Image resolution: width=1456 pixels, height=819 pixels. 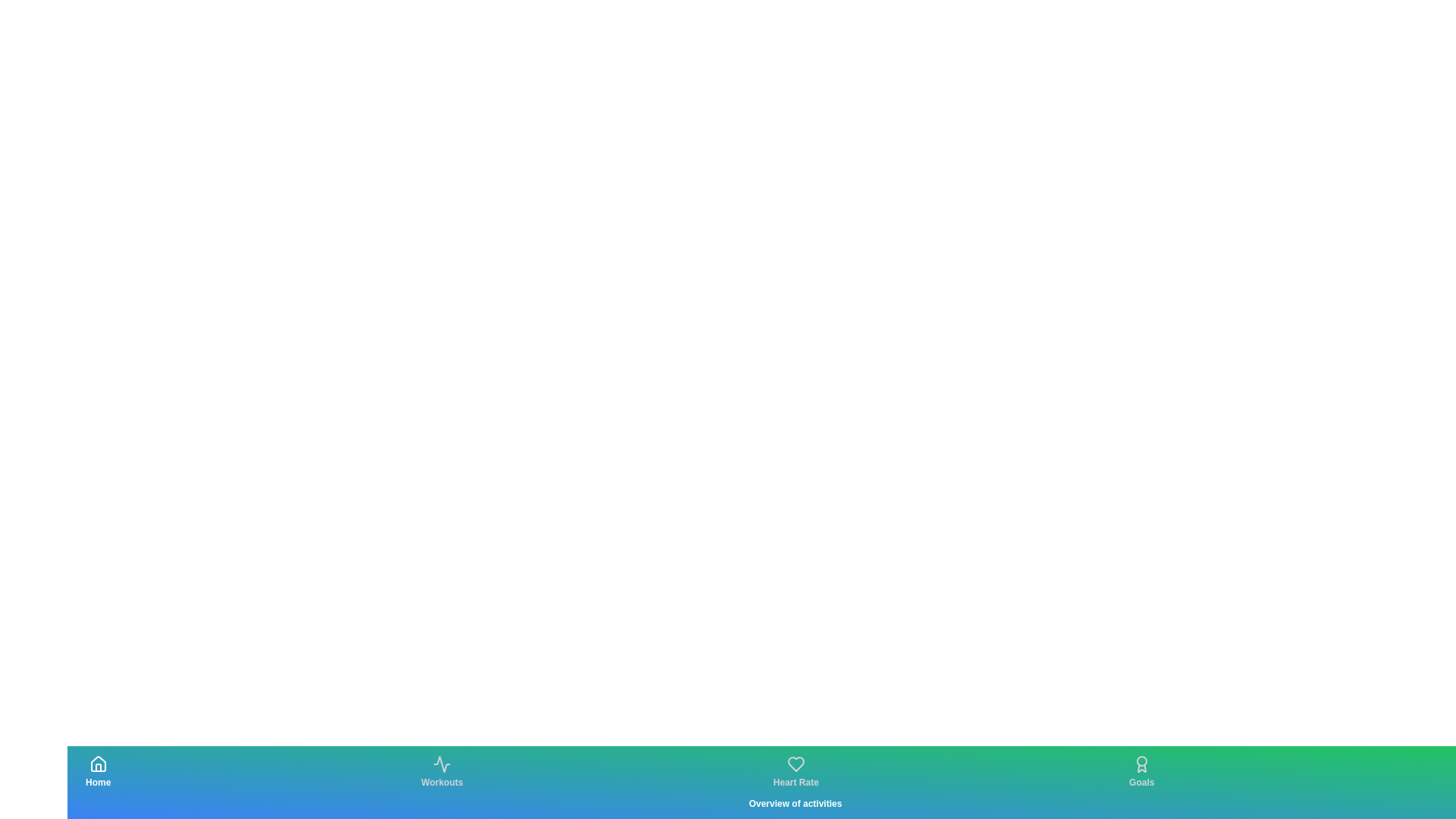 I want to click on the tab labeled Home to view its hover effect, so click(x=97, y=772).